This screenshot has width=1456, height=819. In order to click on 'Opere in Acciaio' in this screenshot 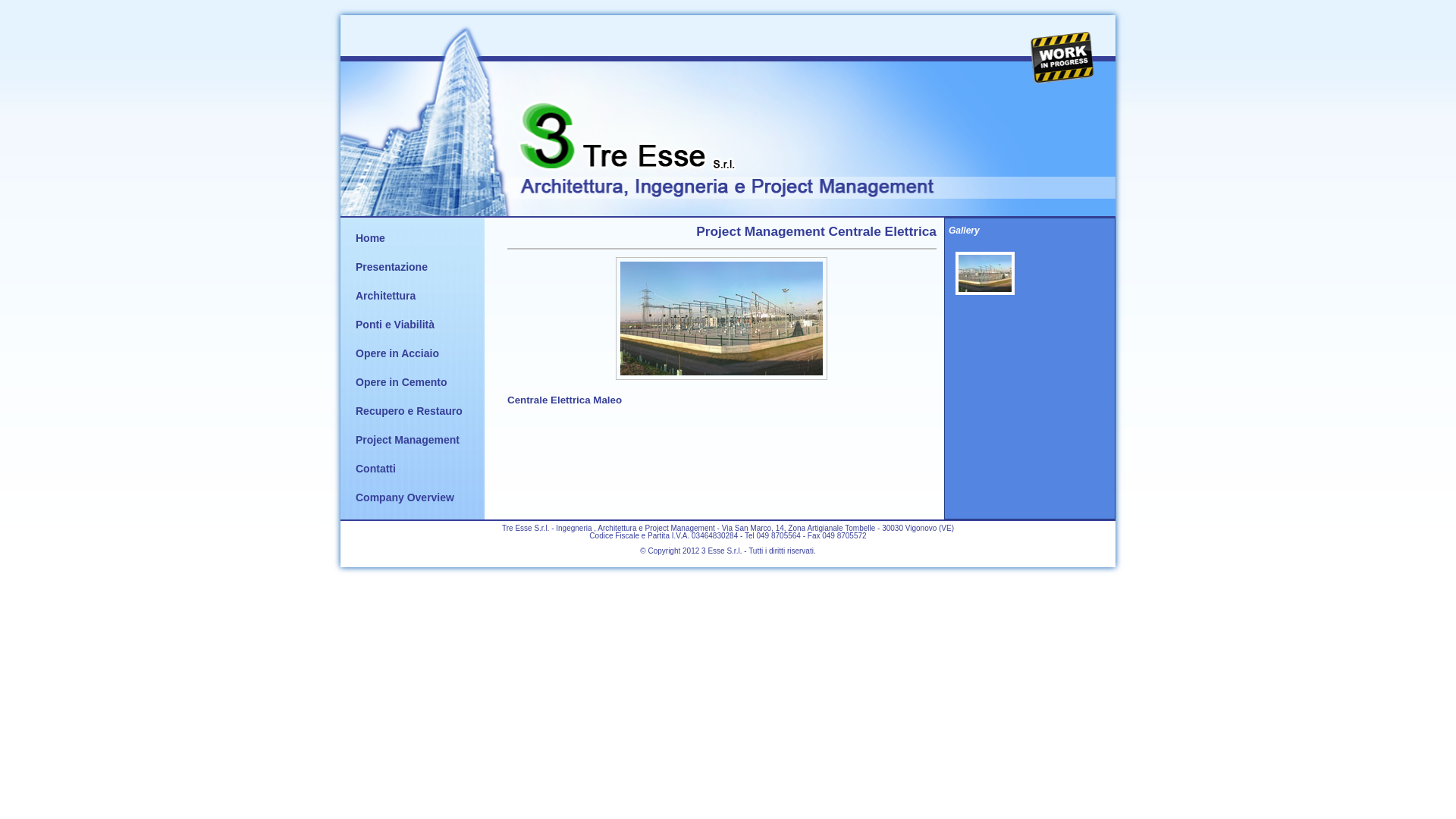, I will do `click(355, 353)`.